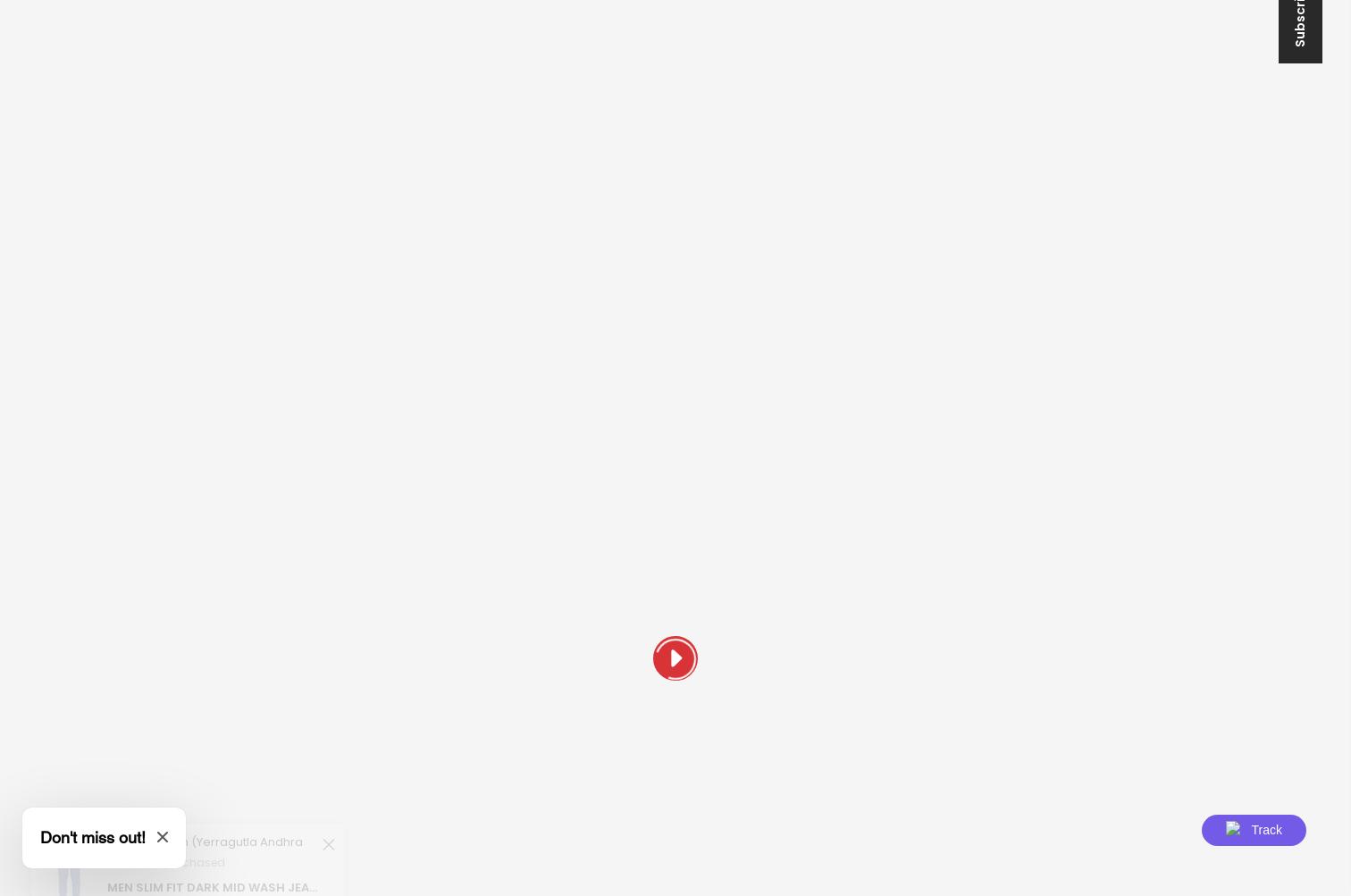 This screenshot has height=896, width=1351. I want to click on 'Refund policy', so click(736, 428).